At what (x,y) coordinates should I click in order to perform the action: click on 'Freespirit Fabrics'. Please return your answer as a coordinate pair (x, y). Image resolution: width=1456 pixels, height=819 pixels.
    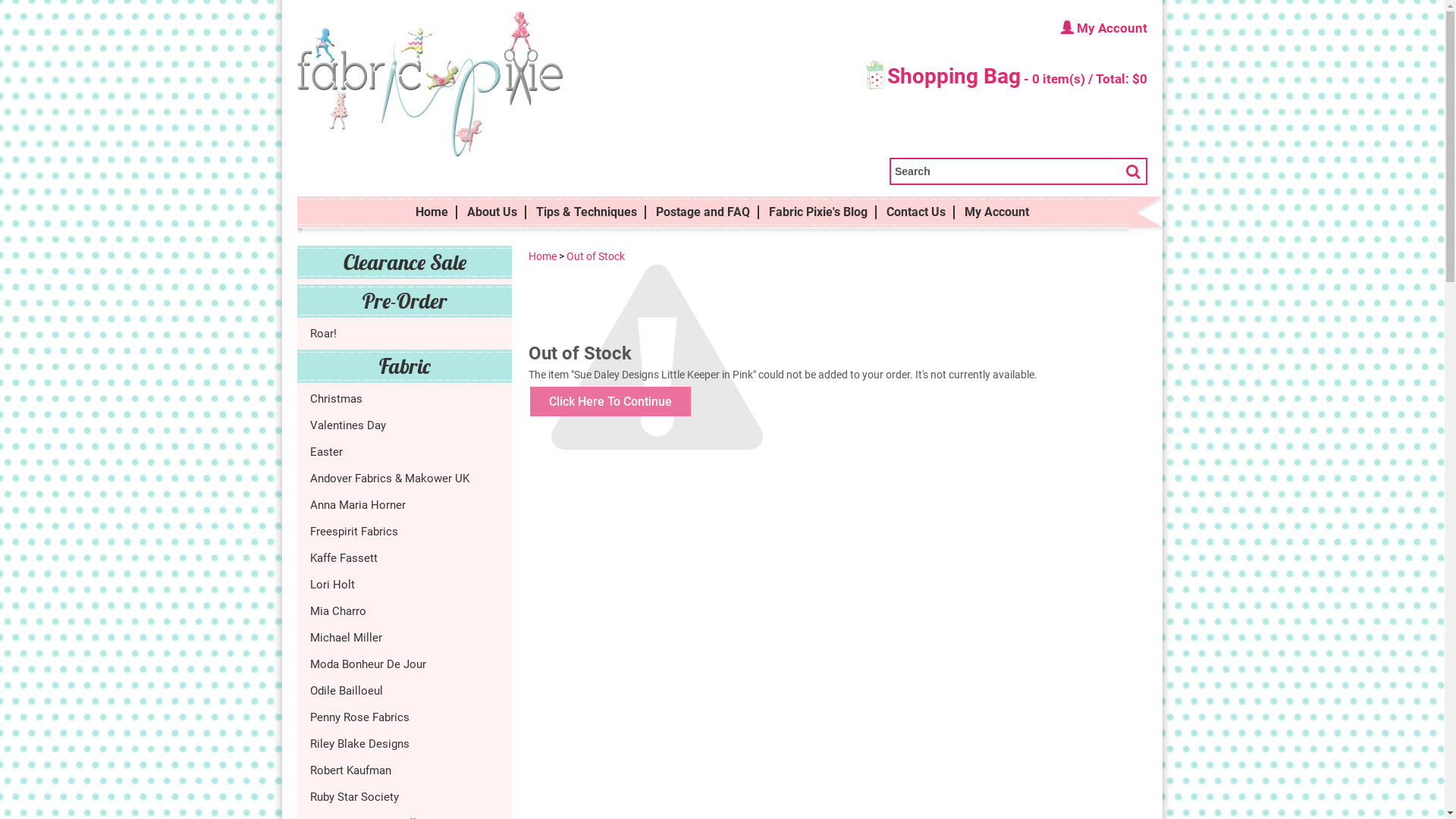
    Looking at the image, I should click on (309, 529).